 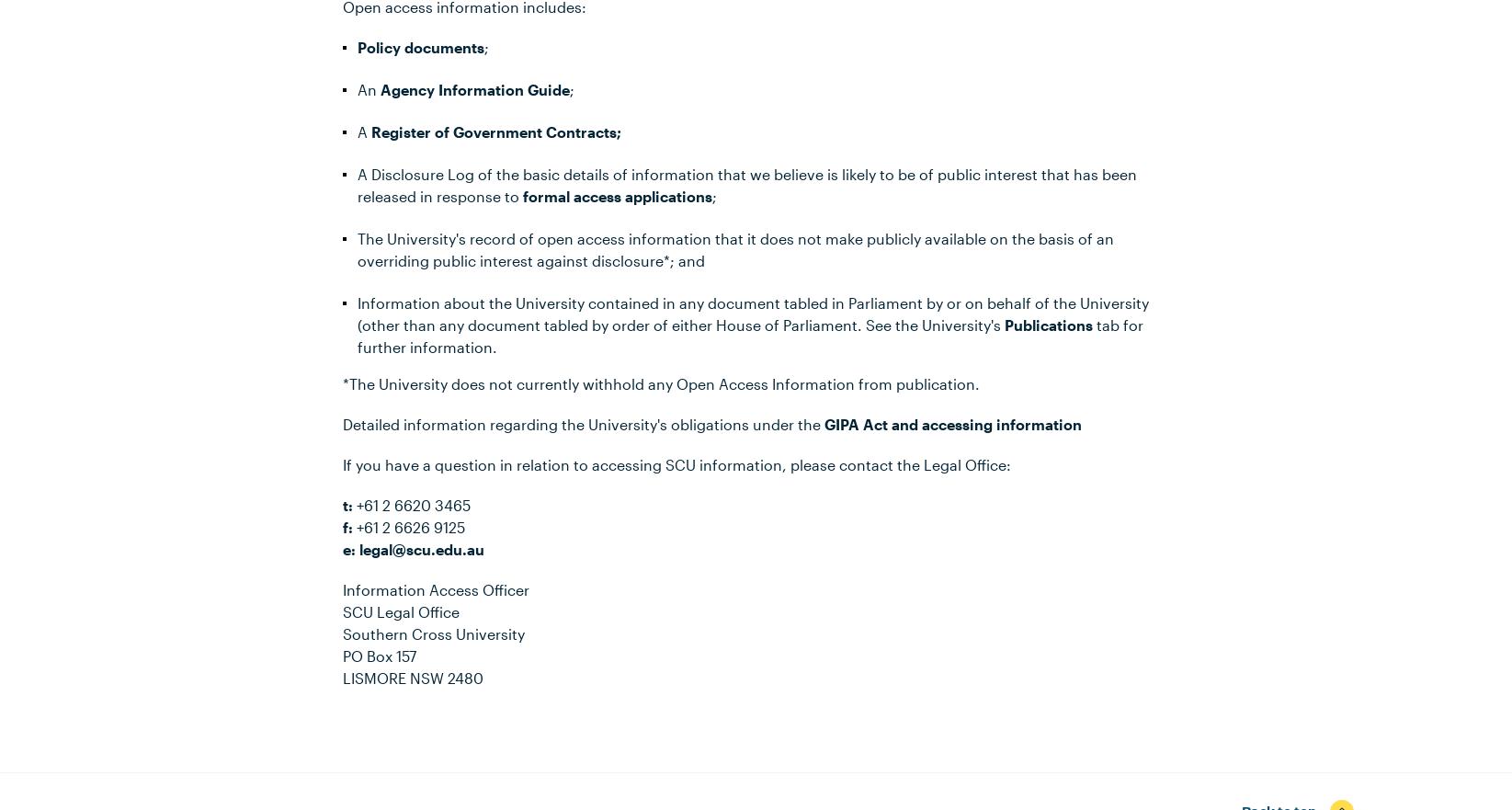 What do you see at coordinates (340, 588) in the screenshot?
I see `'Information Access Officer'` at bounding box center [340, 588].